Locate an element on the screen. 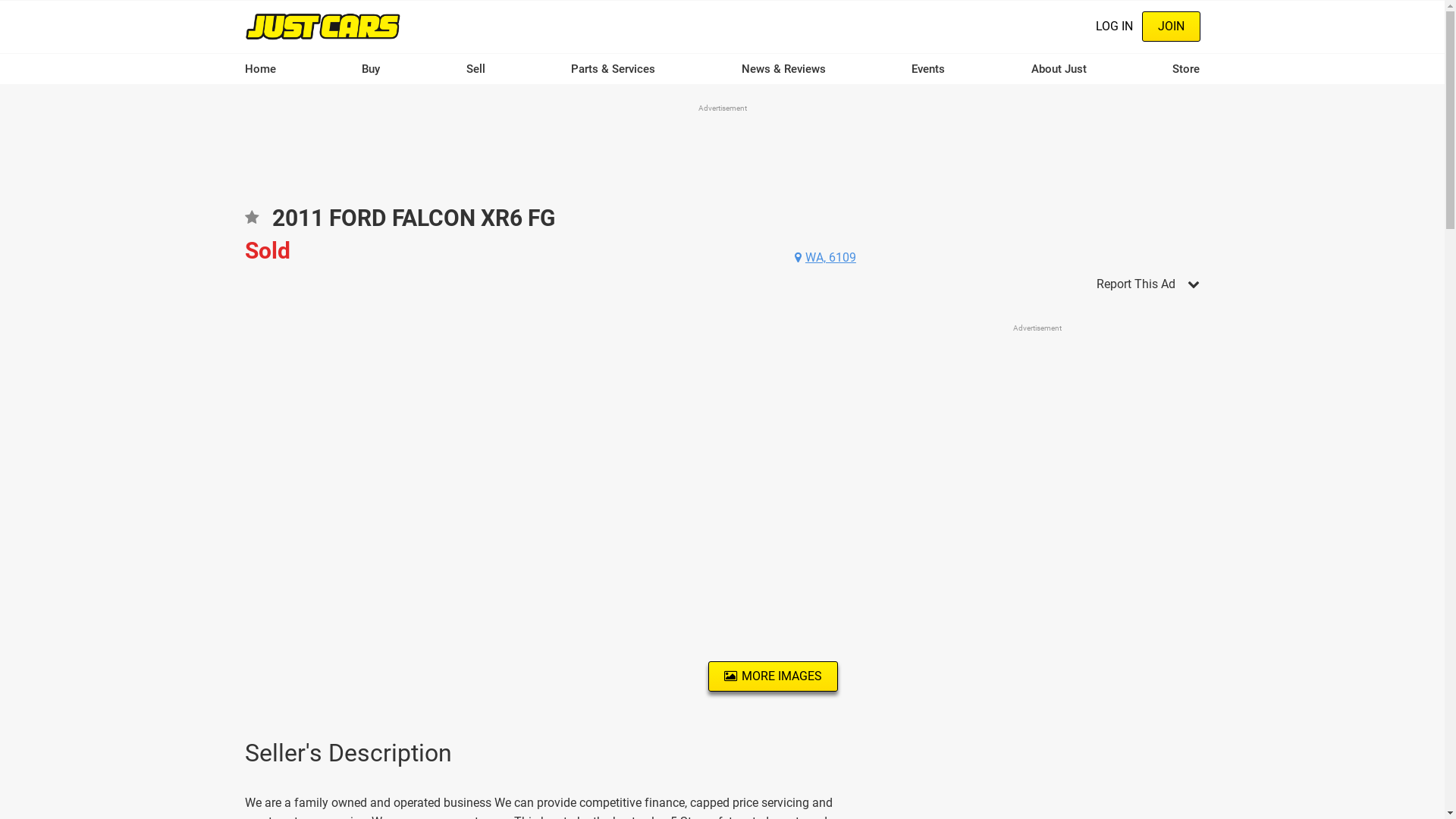 This screenshot has height=819, width=1456. 'Home' is located at coordinates (259, 69).